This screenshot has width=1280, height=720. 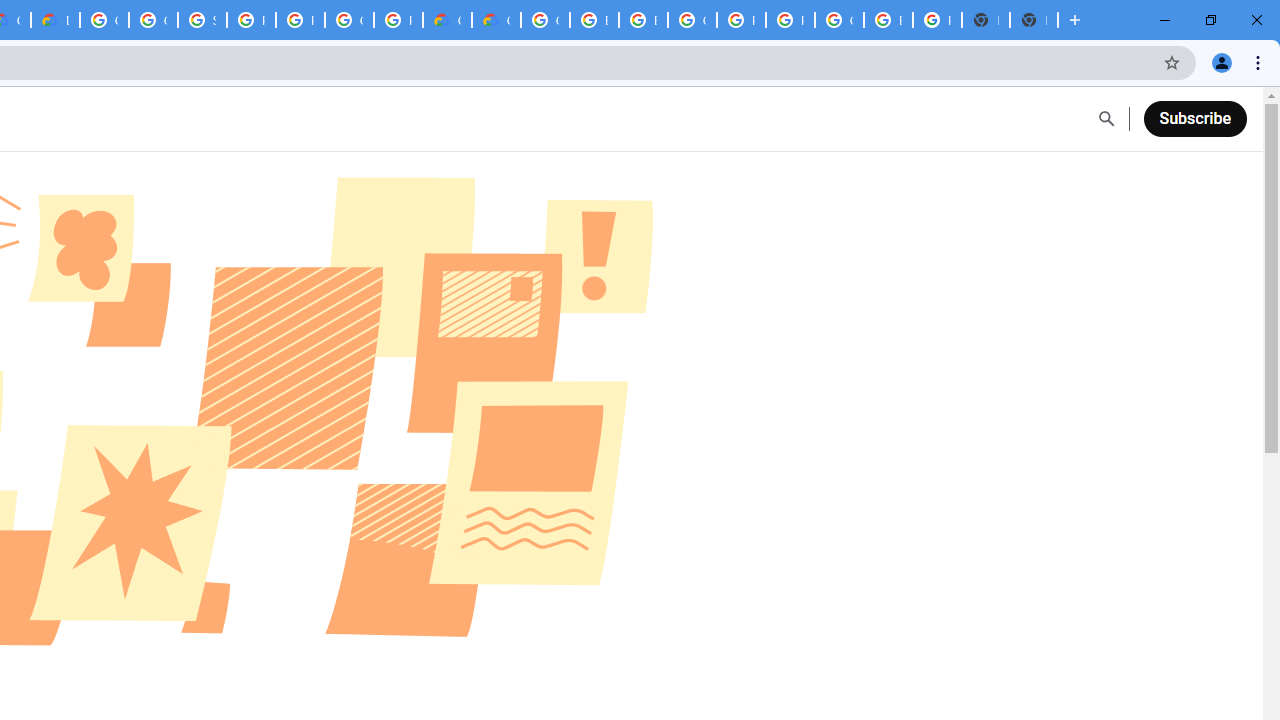 I want to click on 'Subscribe', so click(x=1194, y=118).